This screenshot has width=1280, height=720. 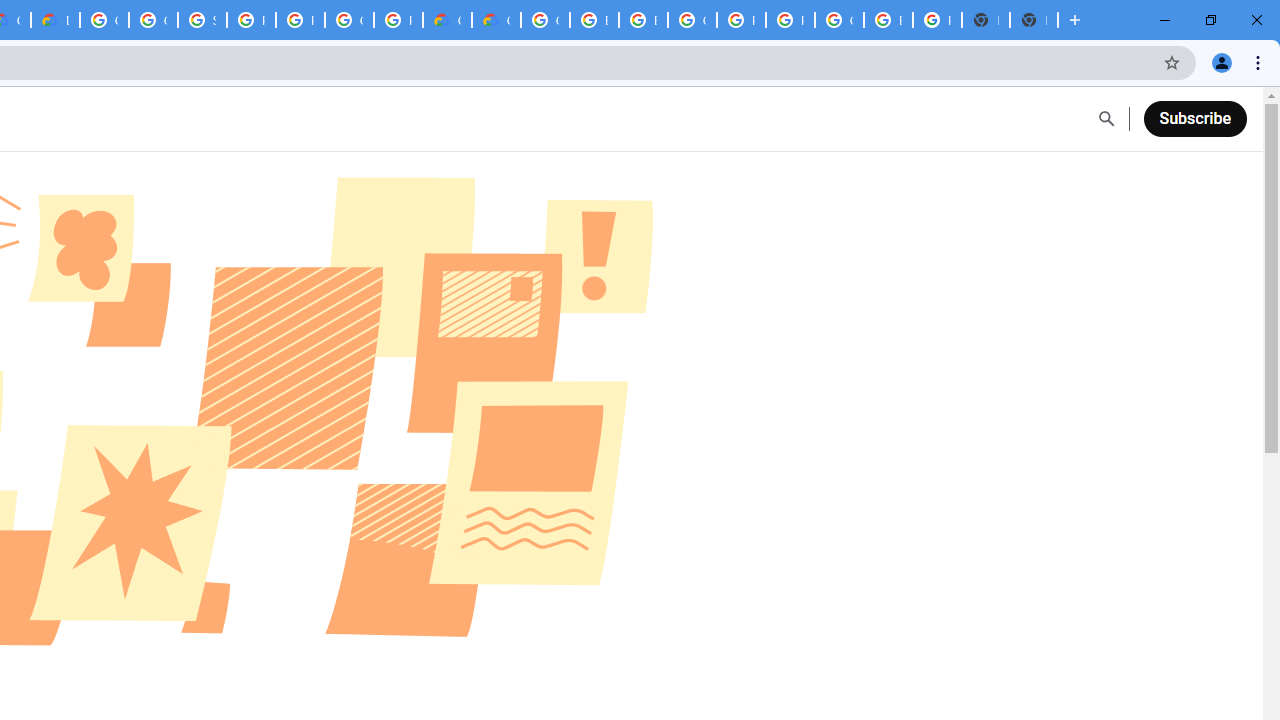 I want to click on 'Subscribe', so click(x=1194, y=118).